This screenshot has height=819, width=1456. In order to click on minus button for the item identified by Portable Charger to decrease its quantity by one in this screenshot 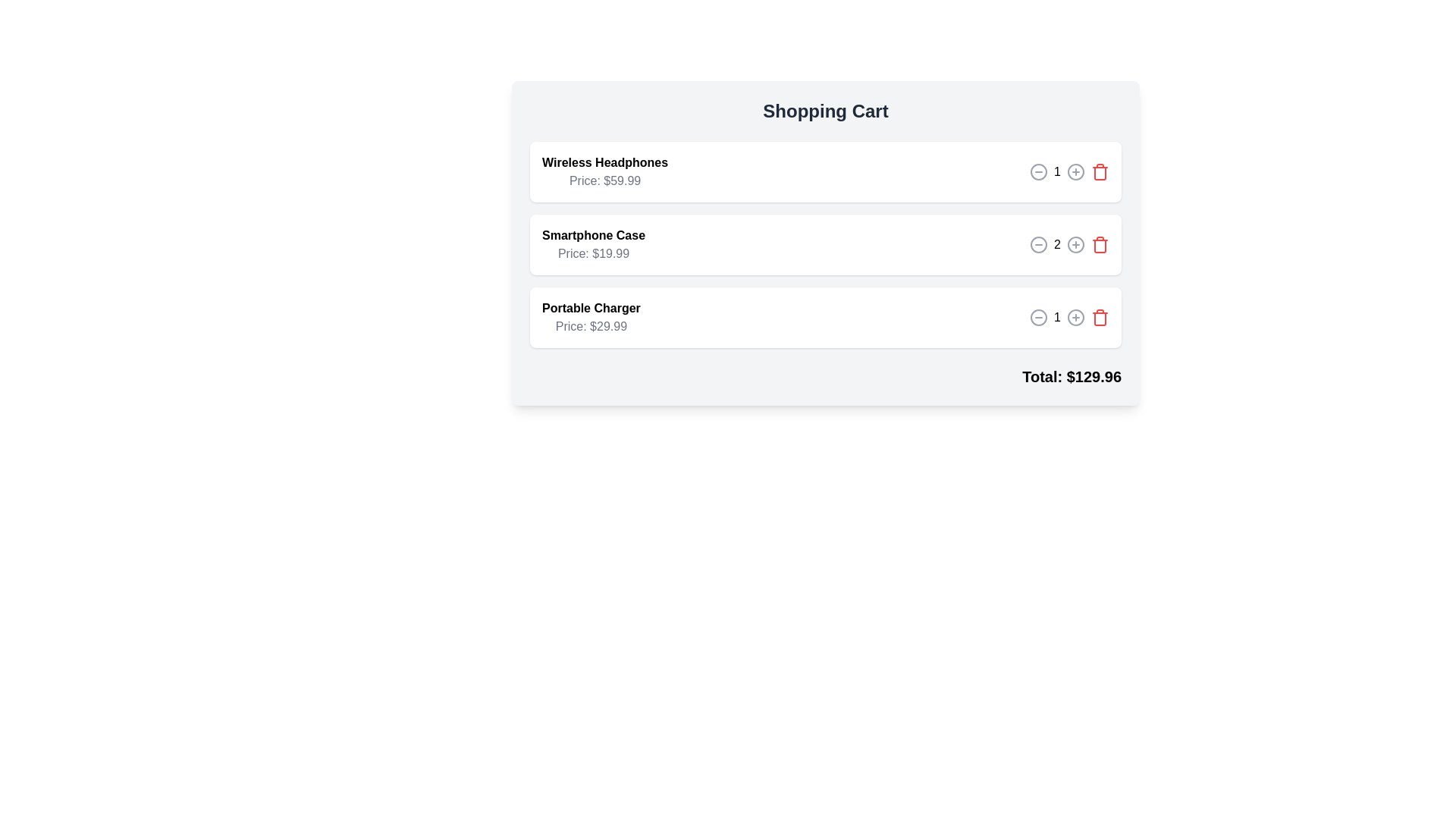, I will do `click(1037, 317)`.